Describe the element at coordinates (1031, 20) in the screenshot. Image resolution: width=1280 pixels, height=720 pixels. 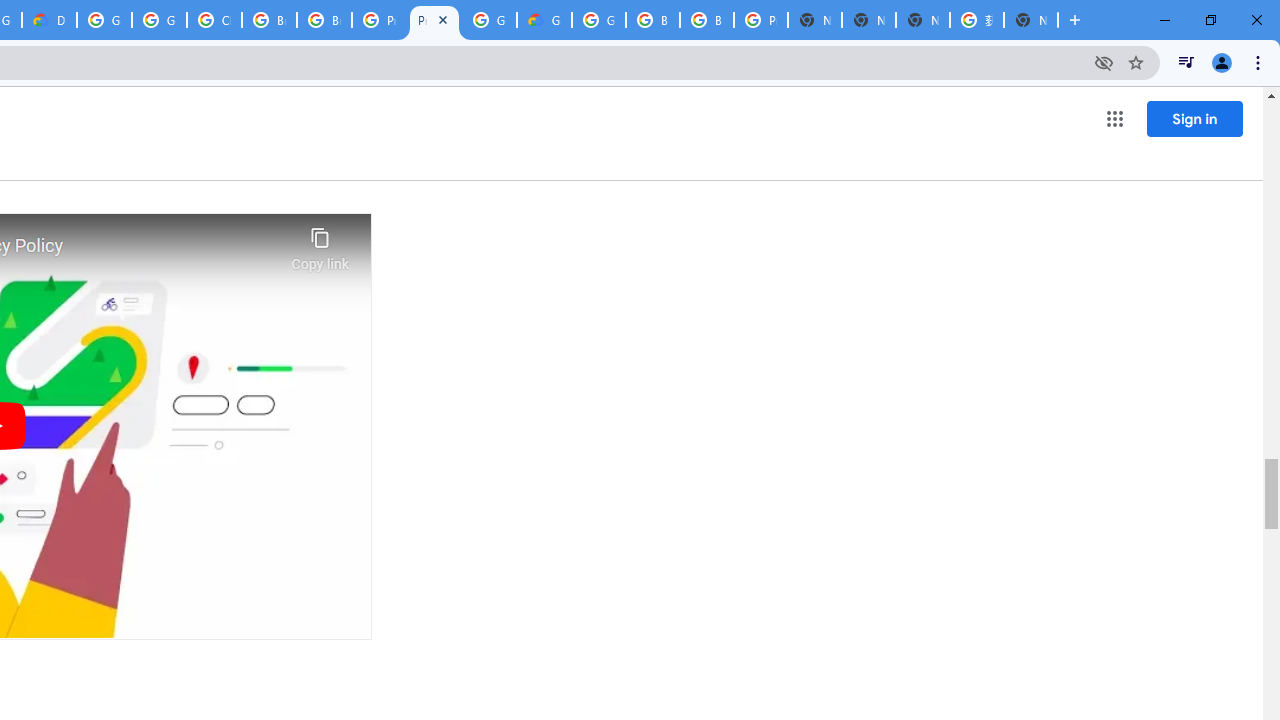
I see `'New Tab'` at that location.